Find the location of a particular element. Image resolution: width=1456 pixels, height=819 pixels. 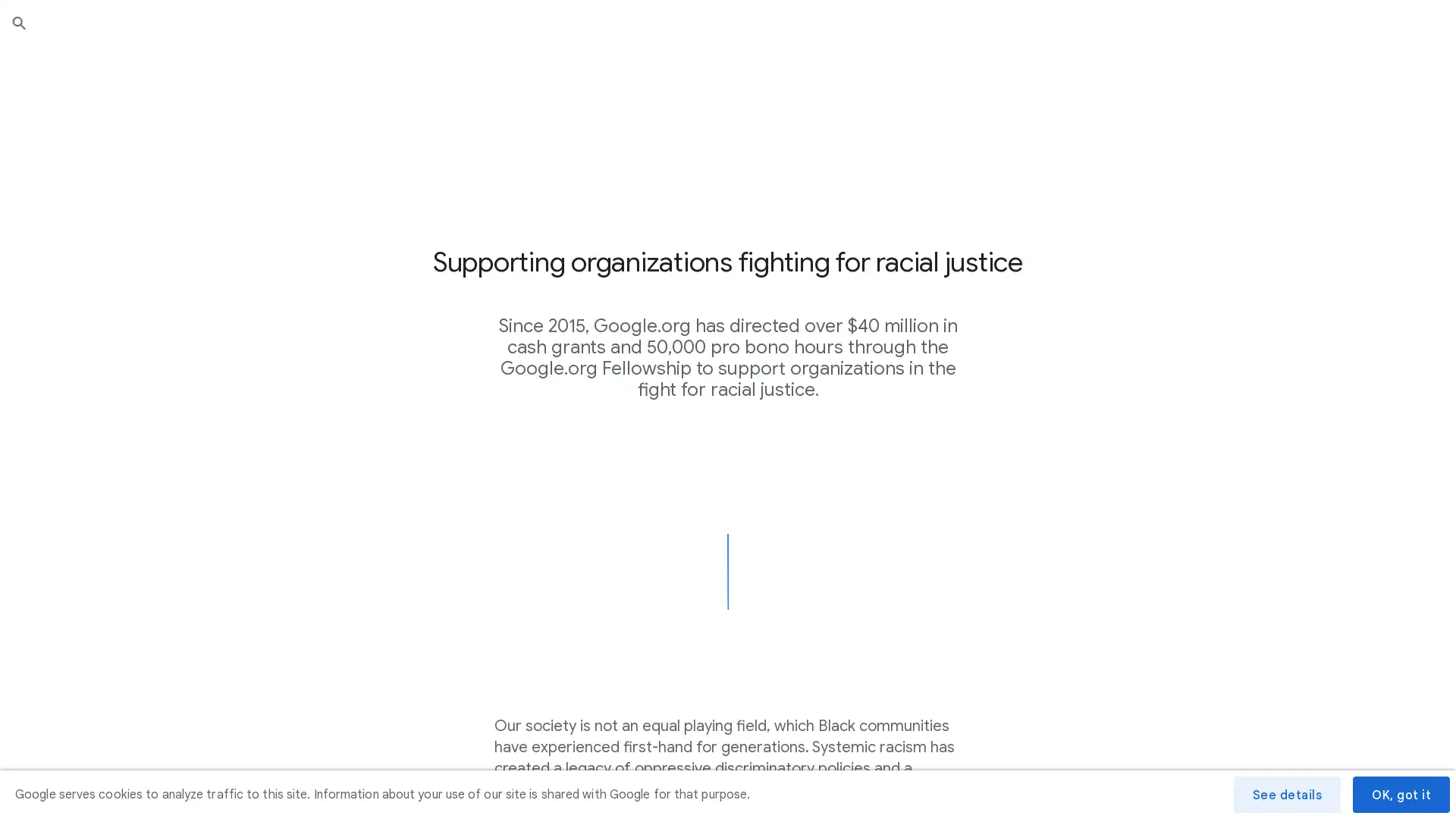

Close search is located at coordinates (1419, 24).